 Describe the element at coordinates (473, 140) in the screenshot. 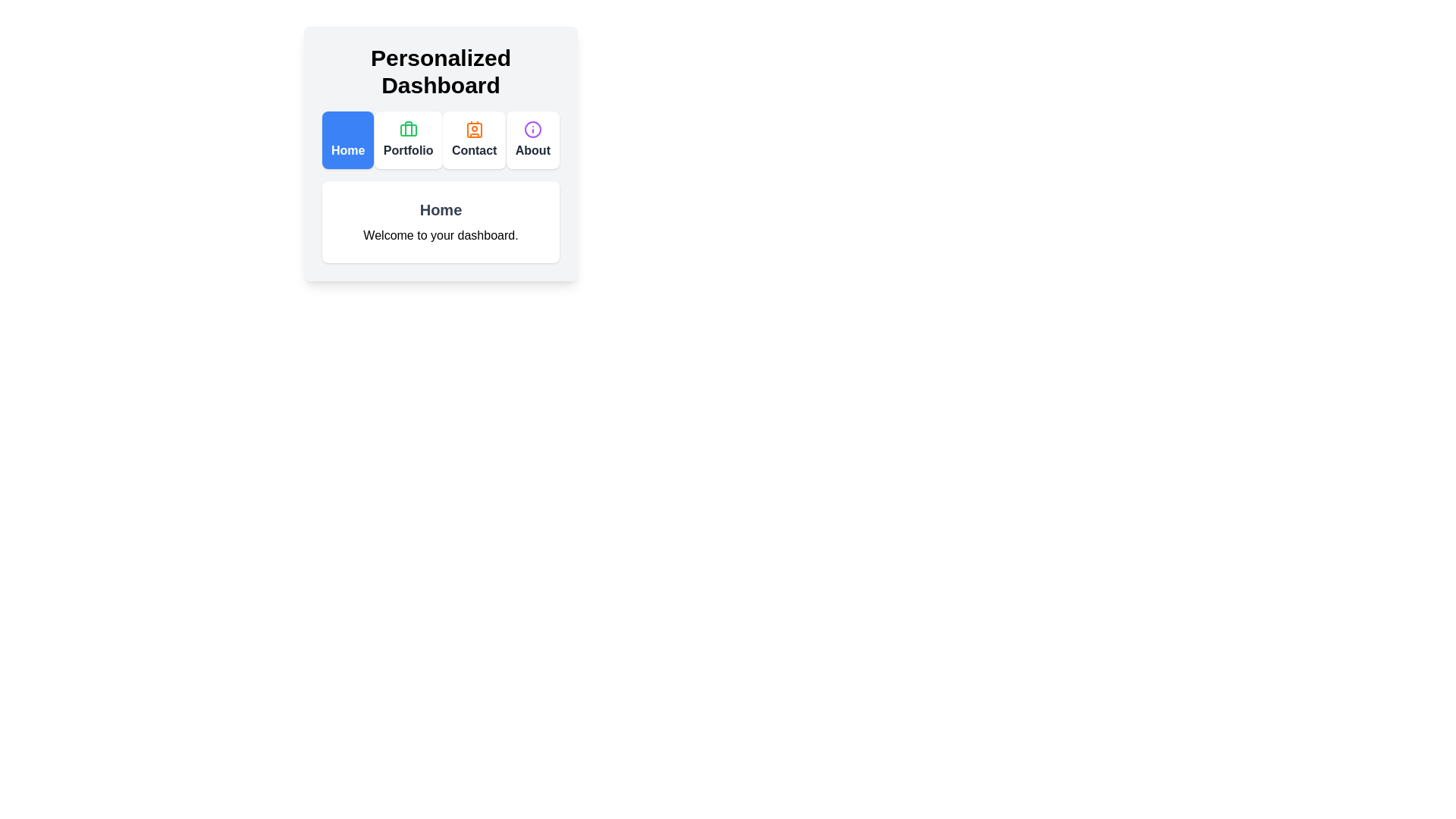

I see `the tab labeled Contact` at that location.